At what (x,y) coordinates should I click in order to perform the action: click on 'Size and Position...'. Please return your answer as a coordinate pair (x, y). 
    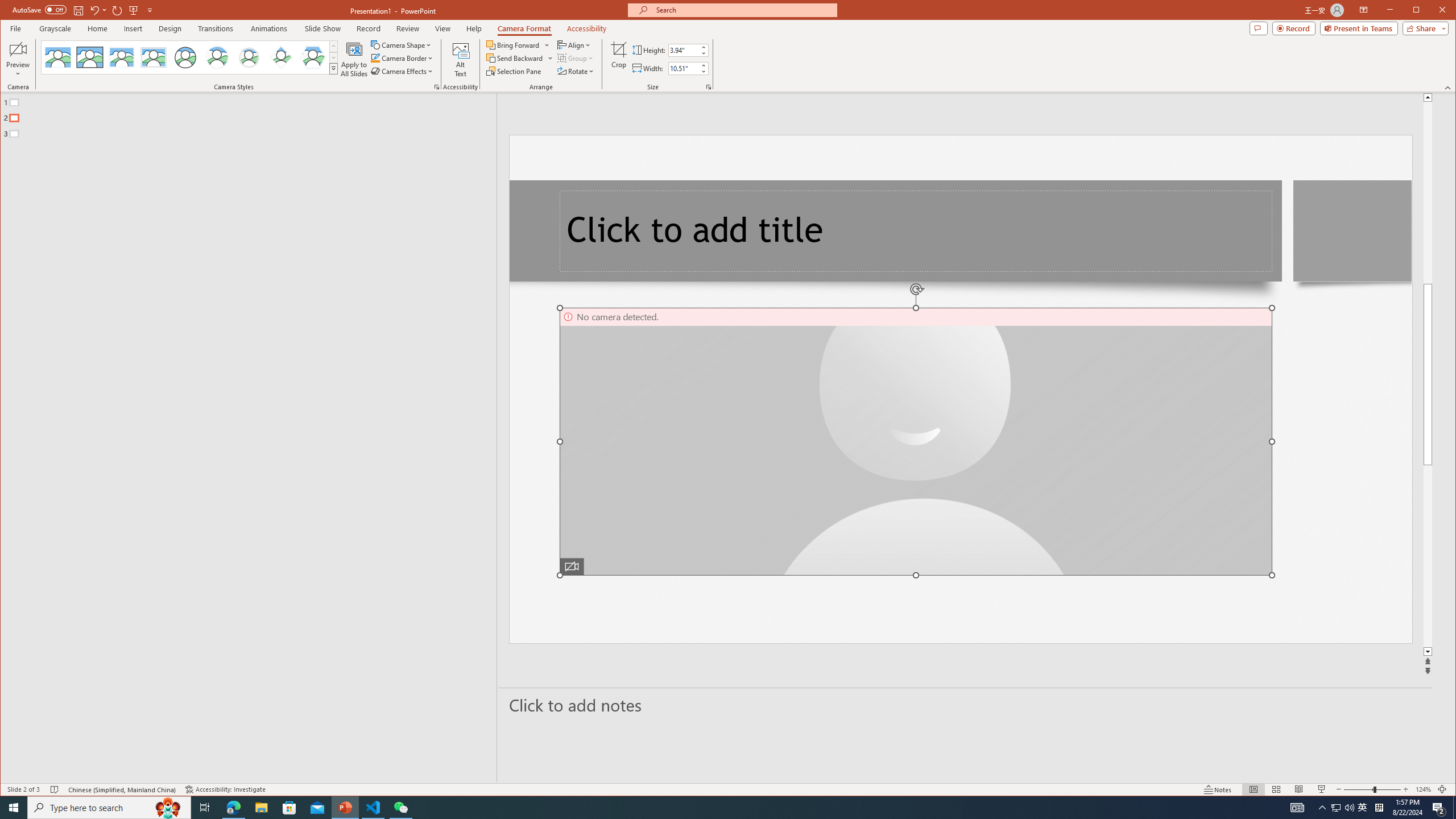
    Looking at the image, I should click on (709, 87).